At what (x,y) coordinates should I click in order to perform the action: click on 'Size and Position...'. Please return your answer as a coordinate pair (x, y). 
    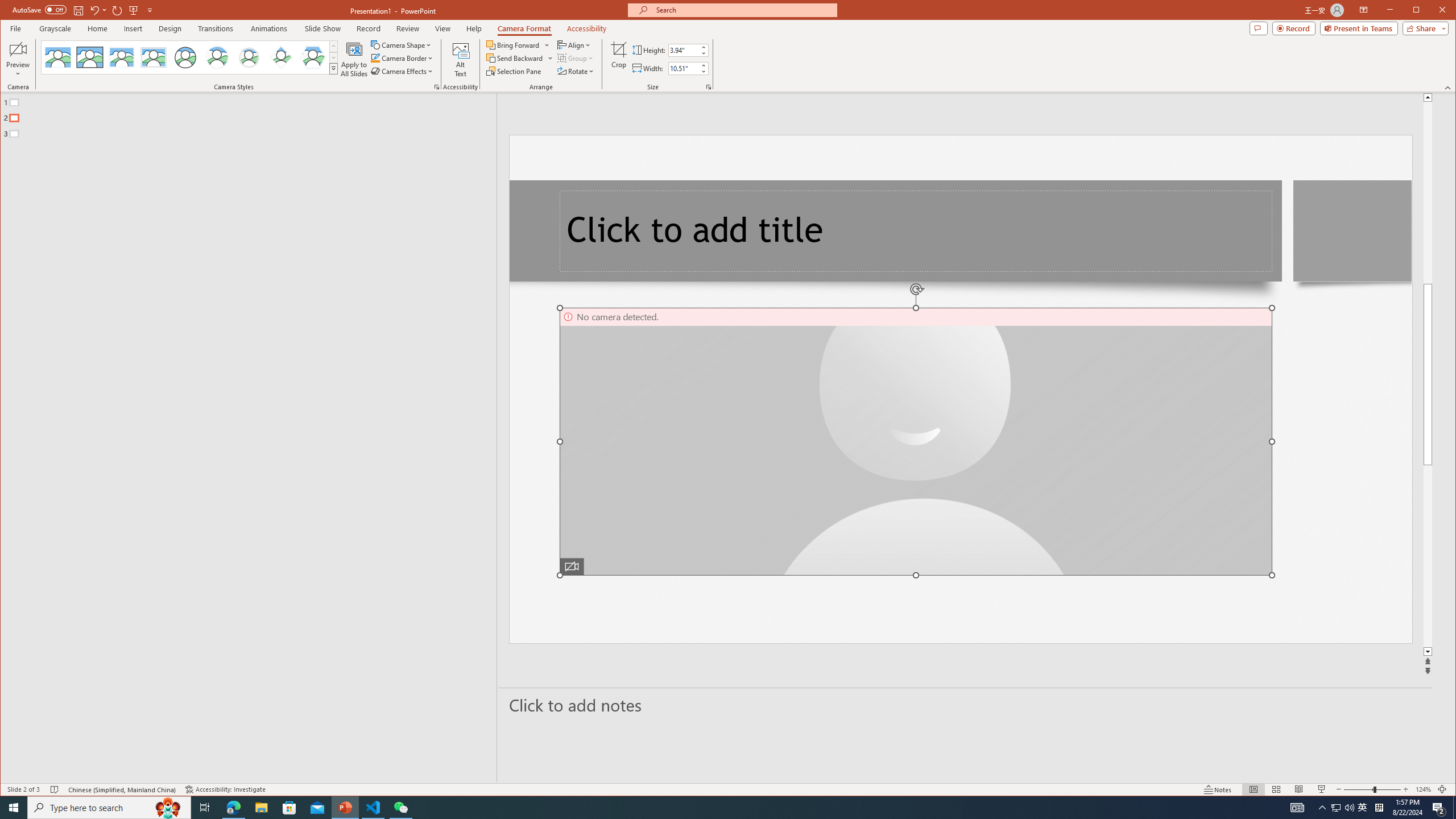
    Looking at the image, I should click on (709, 87).